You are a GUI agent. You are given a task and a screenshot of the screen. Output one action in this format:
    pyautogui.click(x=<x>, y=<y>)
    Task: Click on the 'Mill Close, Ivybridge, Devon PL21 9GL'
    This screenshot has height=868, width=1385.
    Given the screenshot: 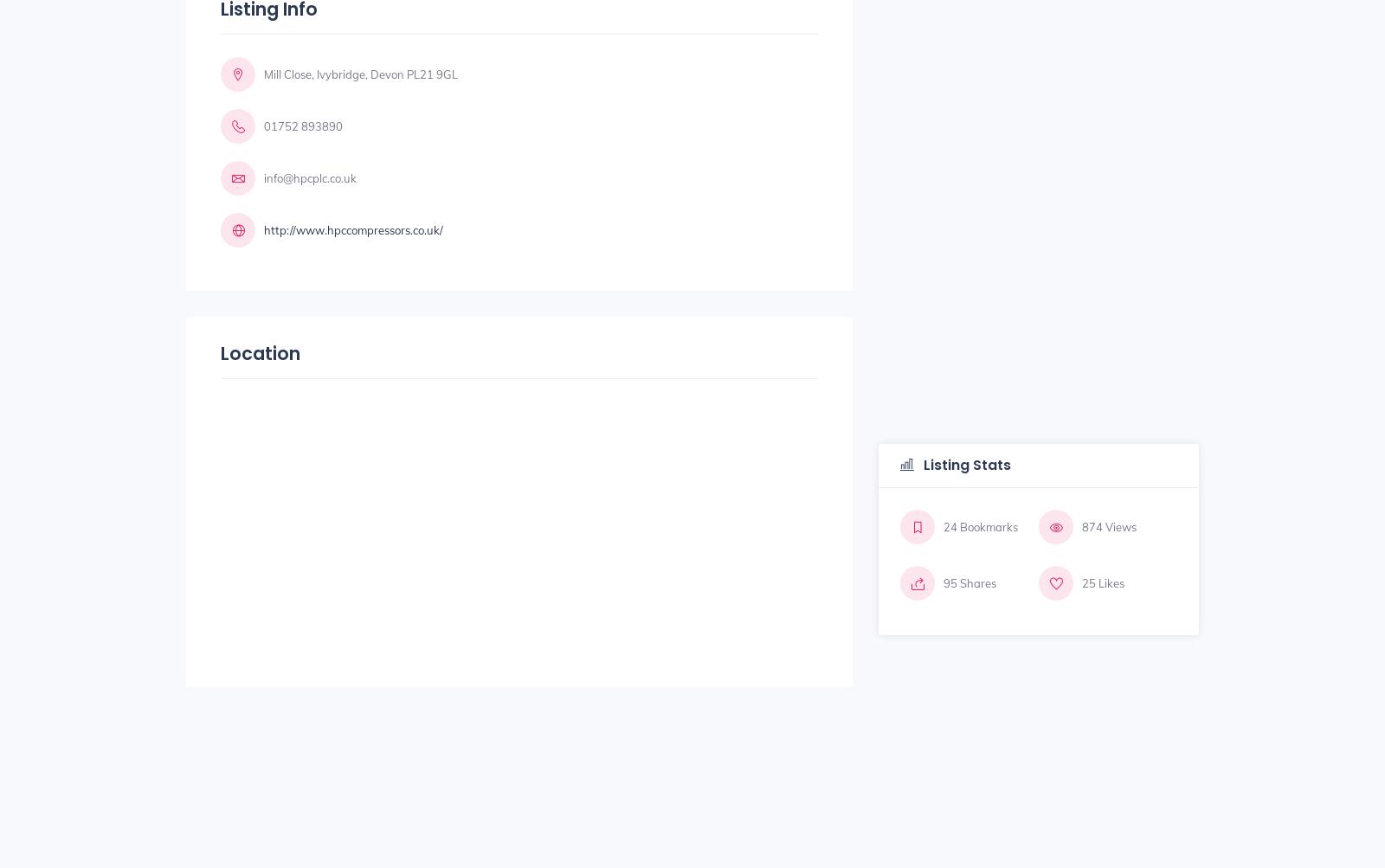 What is the action you would take?
    pyautogui.click(x=359, y=73)
    